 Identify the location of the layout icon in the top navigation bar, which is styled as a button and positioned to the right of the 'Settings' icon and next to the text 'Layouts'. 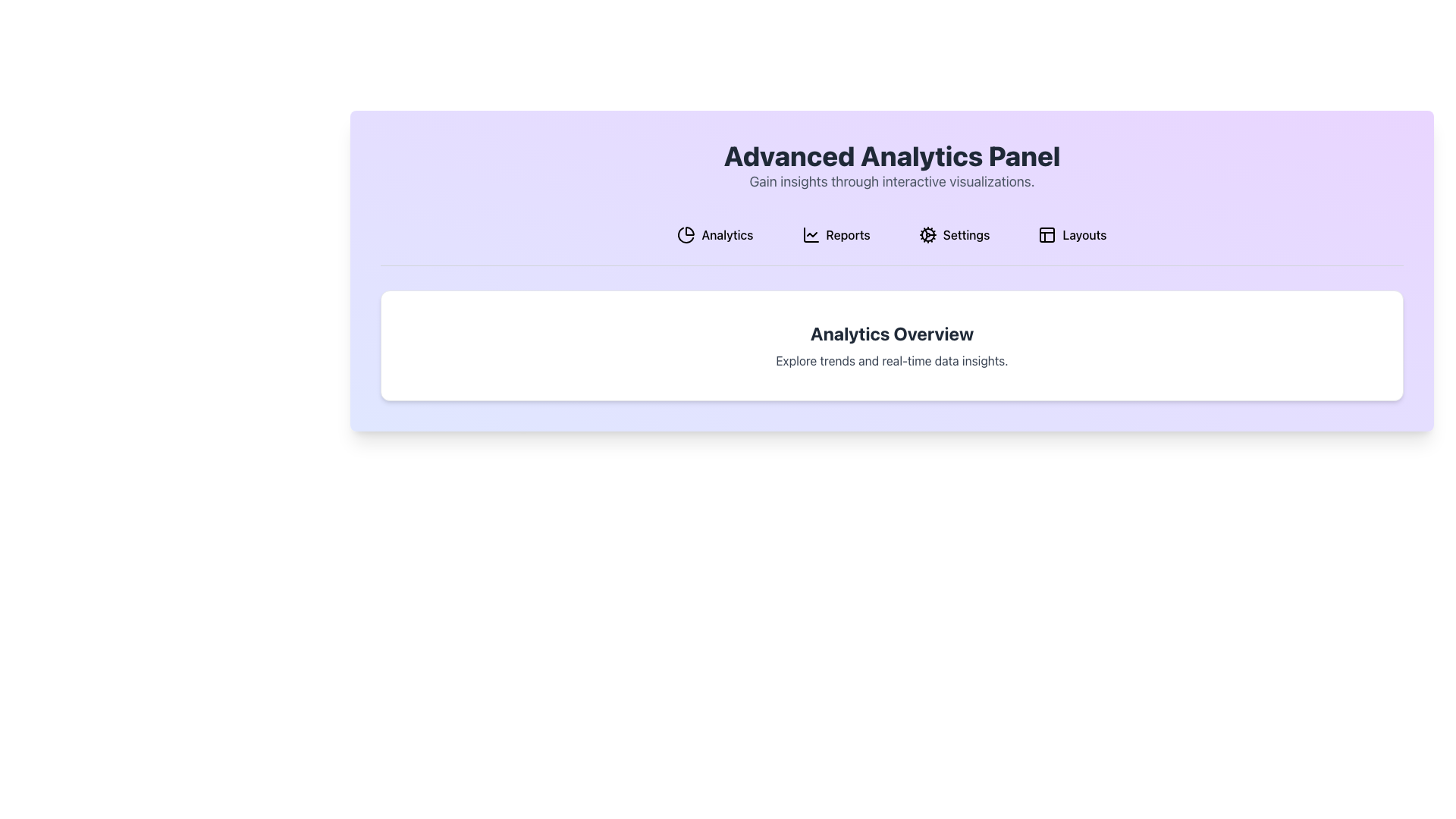
(1046, 234).